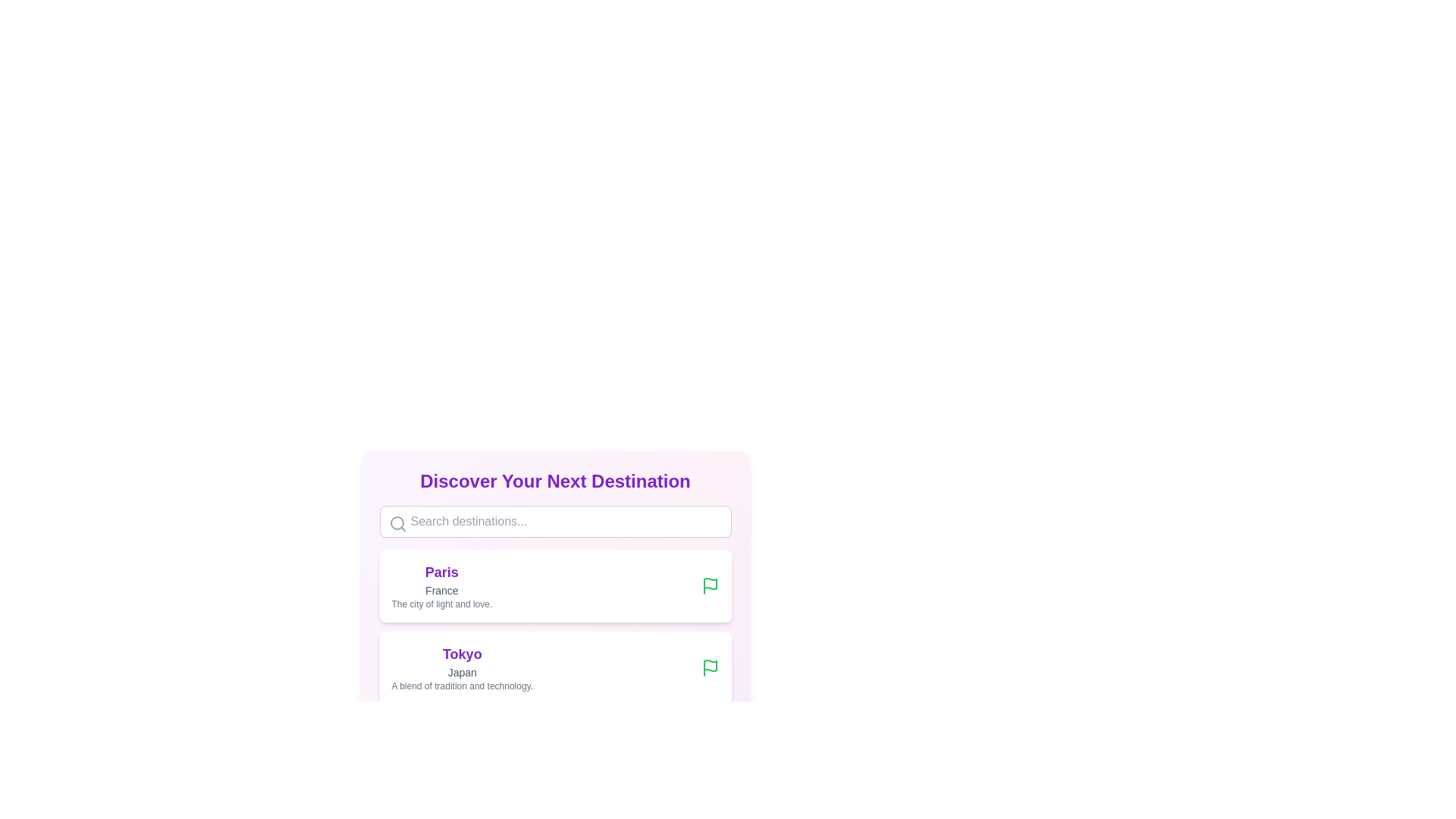 This screenshot has width=1456, height=819. Describe the element at coordinates (709, 585) in the screenshot. I see `the green flag icon located at the top-right area of the 'Paris' card, which has a modern, minimalistic design` at that location.